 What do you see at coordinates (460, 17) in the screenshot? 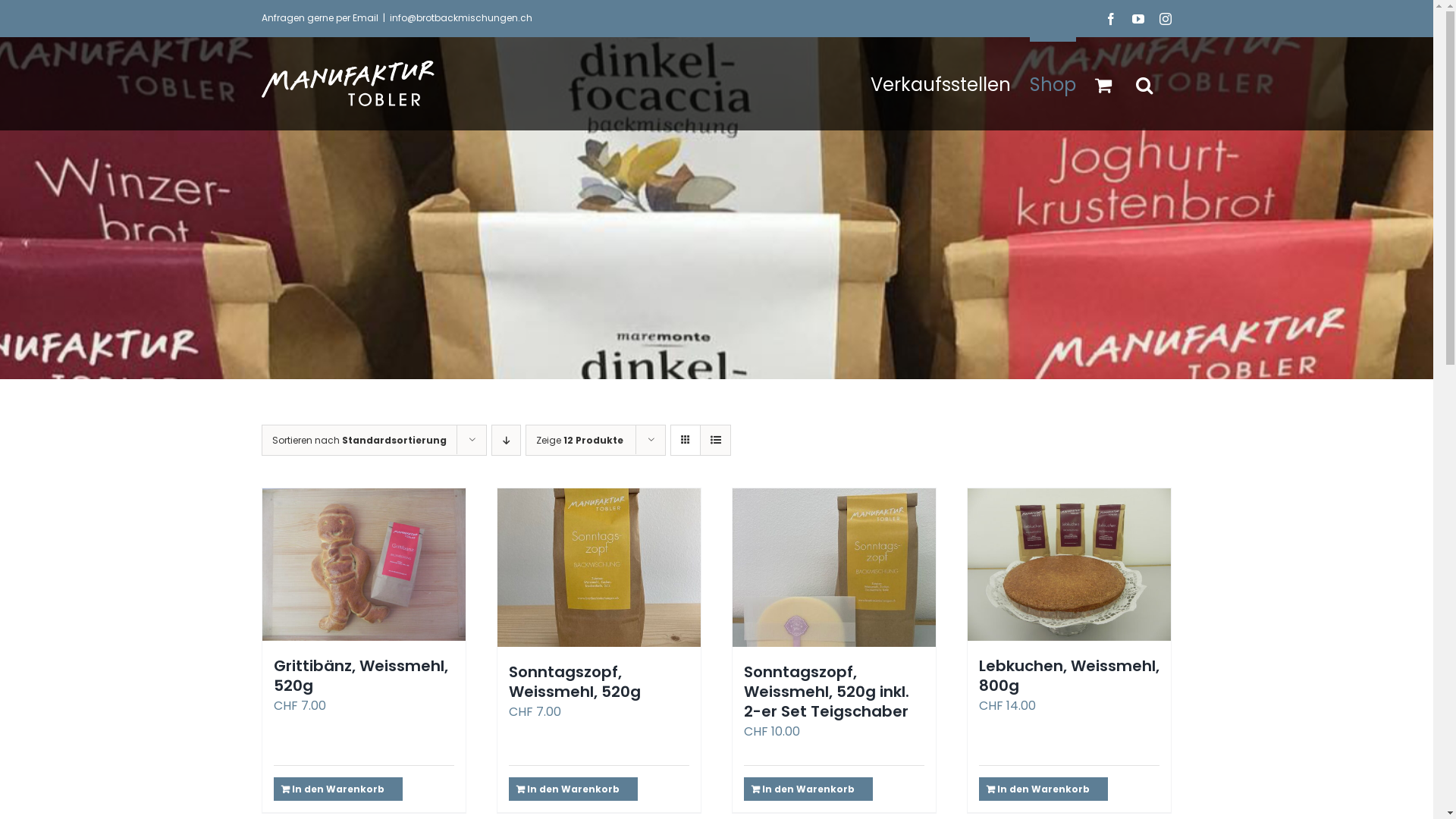
I see `'info@brotbackmischungen.ch'` at bounding box center [460, 17].